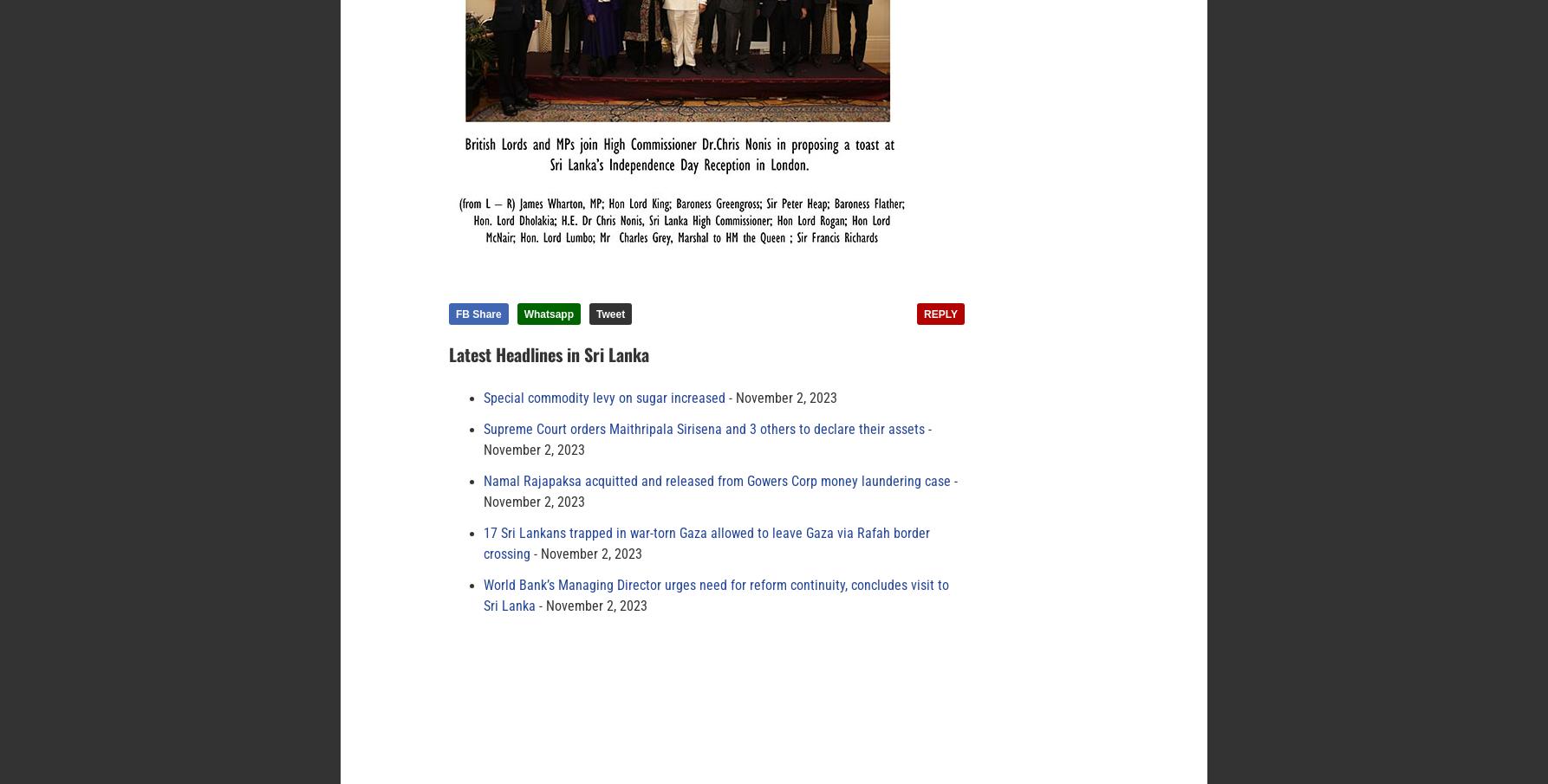 The width and height of the screenshot is (1548, 784). What do you see at coordinates (595, 314) in the screenshot?
I see `'Tweet'` at bounding box center [595, 314].